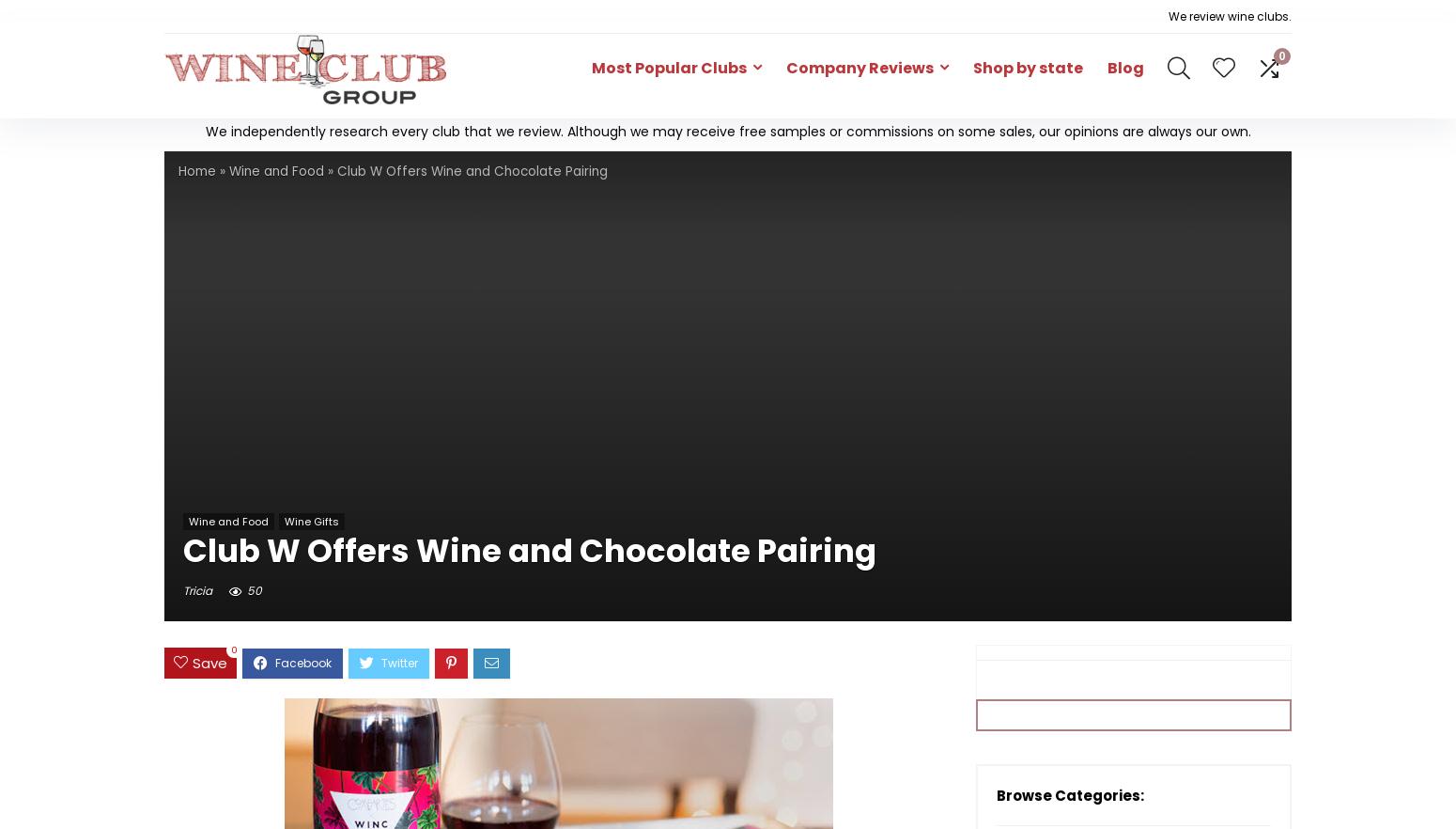  What do you see at coordinates (196, 588) in the screenshot?
I see `'Tricia'` at bounding box center [196, 588].